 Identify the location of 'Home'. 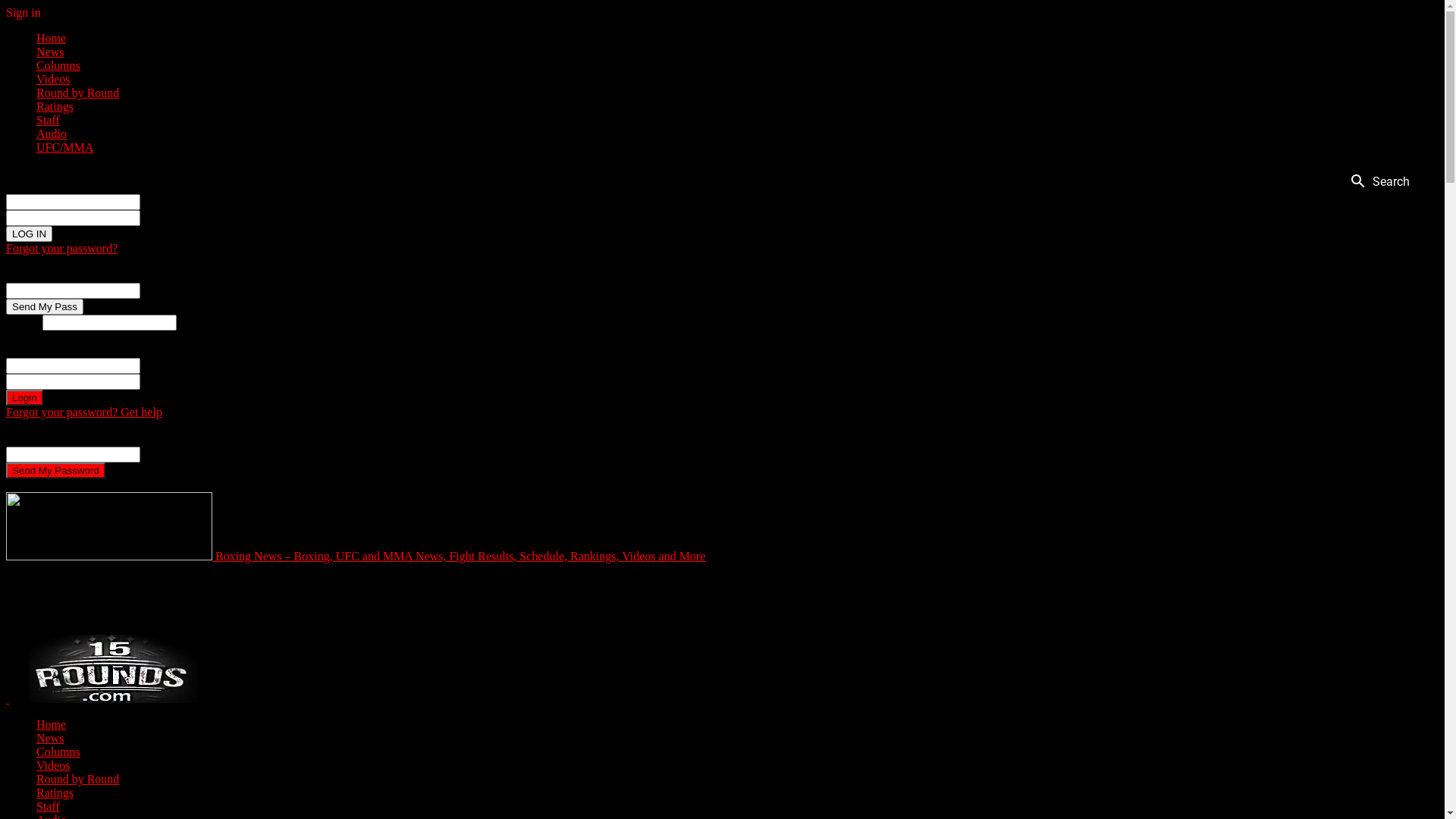
(51, 723).